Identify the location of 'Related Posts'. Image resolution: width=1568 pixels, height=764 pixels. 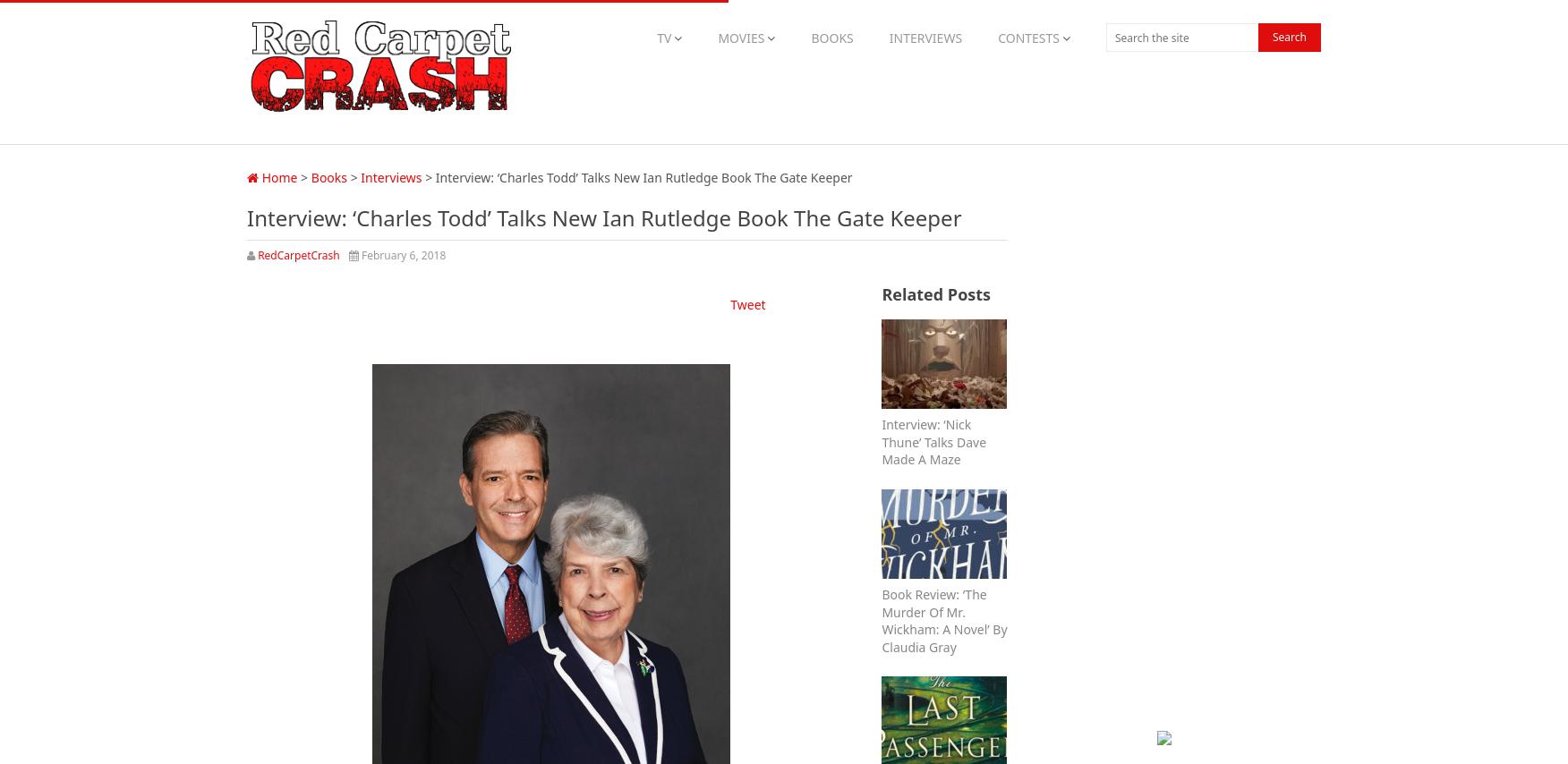
(935, 293).